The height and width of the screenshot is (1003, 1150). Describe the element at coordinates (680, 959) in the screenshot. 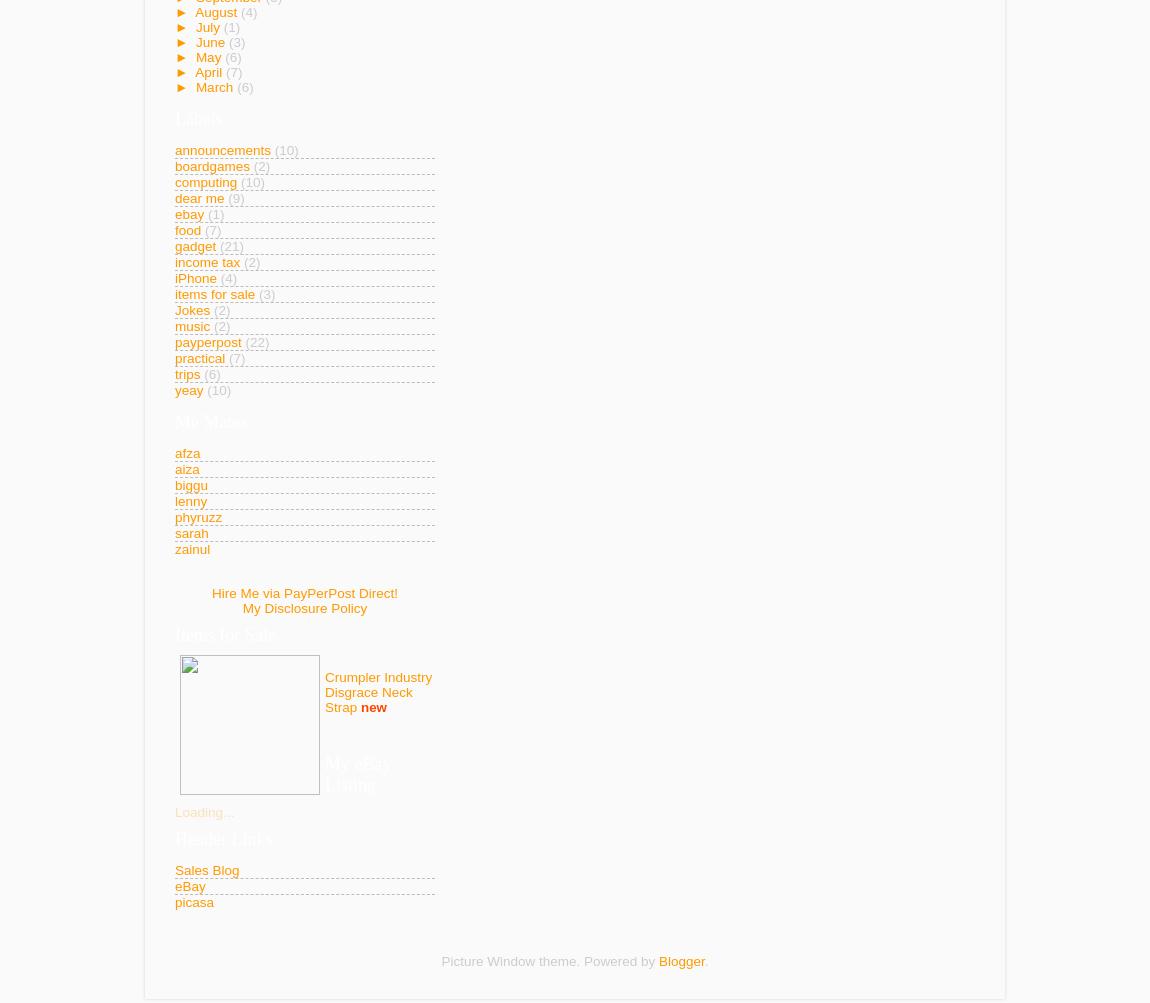

I see `'Blogger'` at that location.